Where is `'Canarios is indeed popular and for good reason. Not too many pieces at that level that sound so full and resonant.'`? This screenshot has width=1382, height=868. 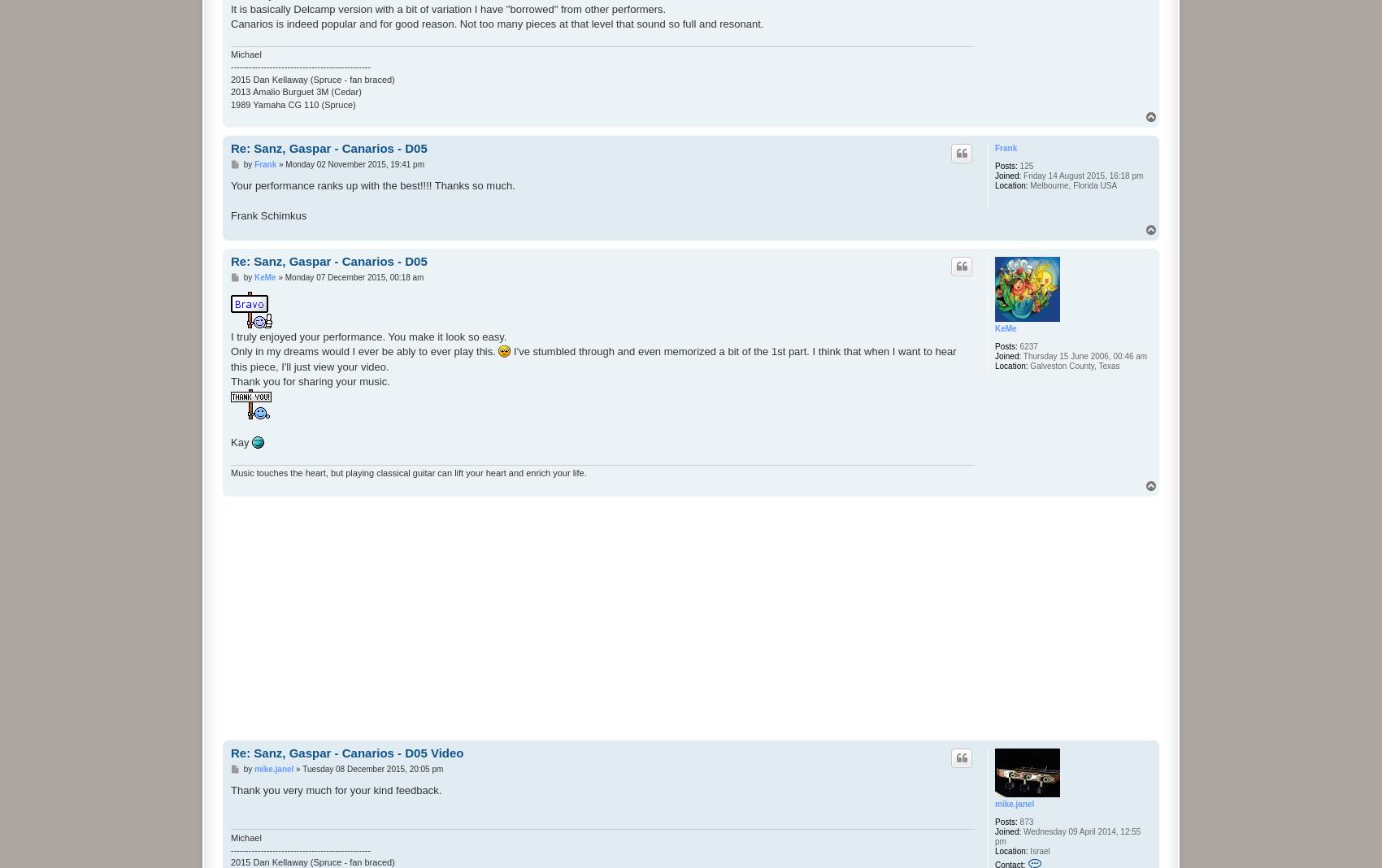 'Canarios is indeed popular and for good reason. Not too many pieces at that level that sound so full and resonant.' is located at coordinates (496, 23).